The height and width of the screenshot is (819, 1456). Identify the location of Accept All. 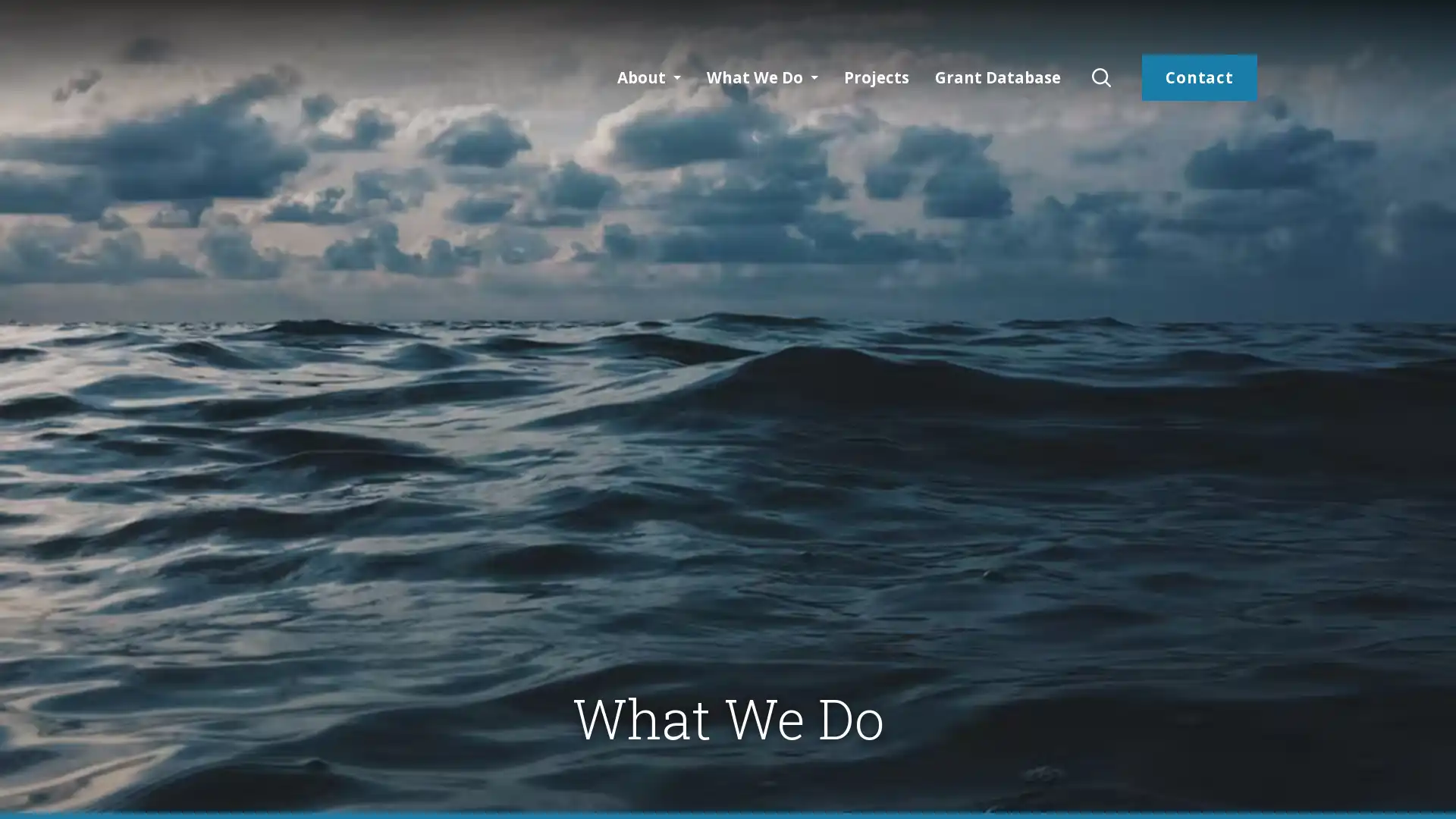
(1391, 788).